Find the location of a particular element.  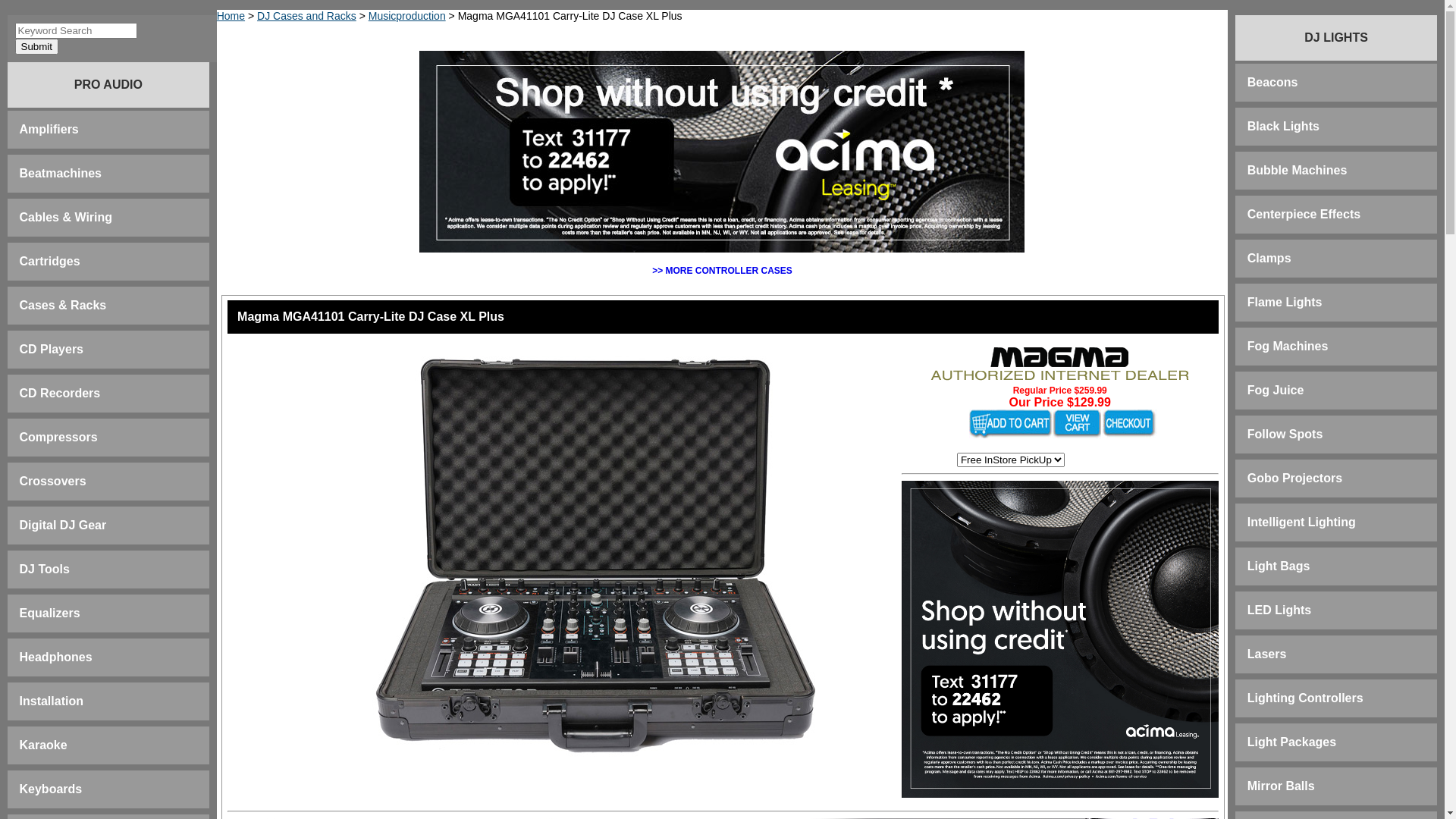

'Follow Spots' is located at coordinates (1284, 434).